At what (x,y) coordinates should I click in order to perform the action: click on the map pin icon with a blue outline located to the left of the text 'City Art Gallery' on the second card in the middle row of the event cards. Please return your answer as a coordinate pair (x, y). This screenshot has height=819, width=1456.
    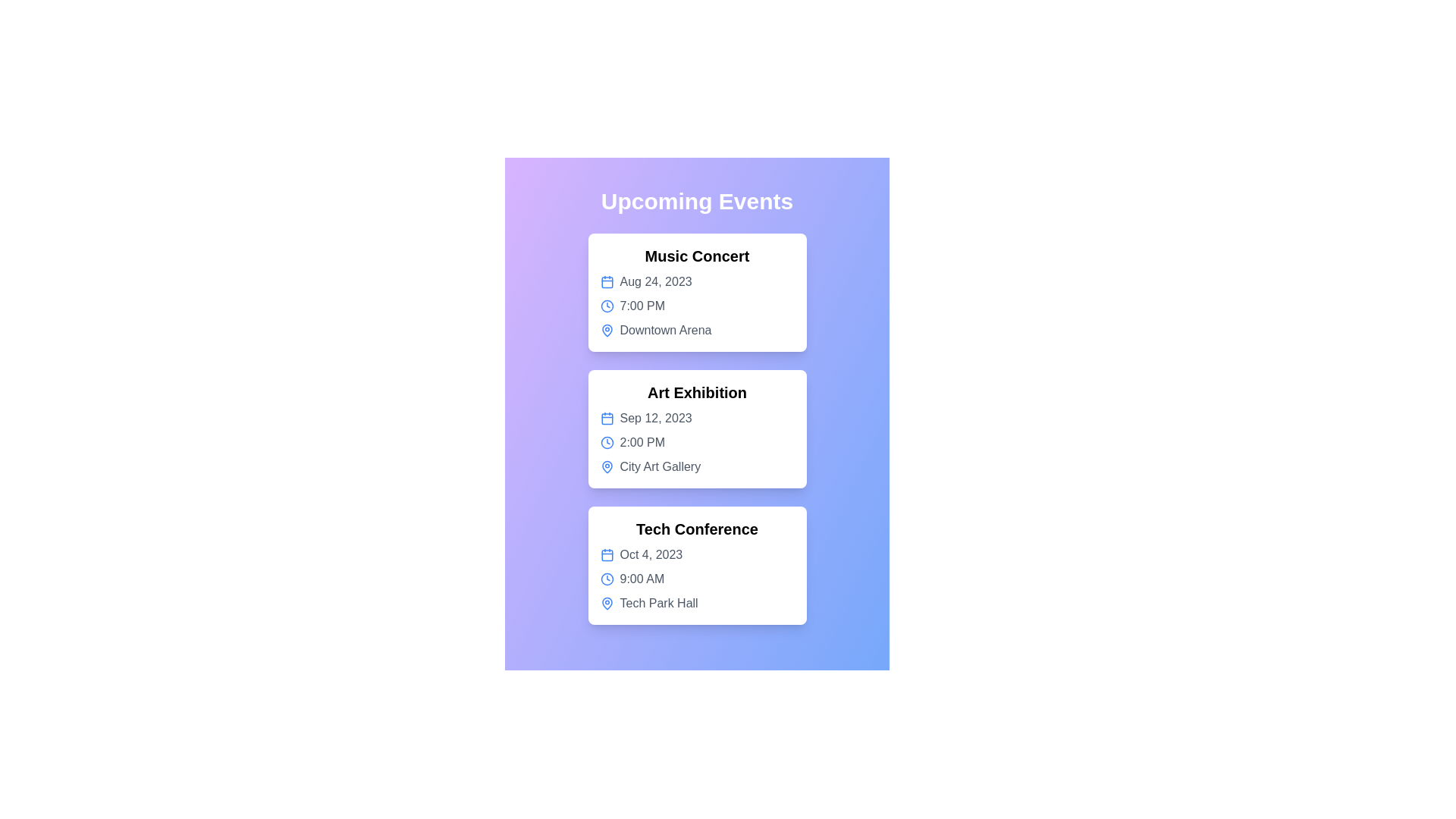
    Looking at the image, I should click on (607, 466).